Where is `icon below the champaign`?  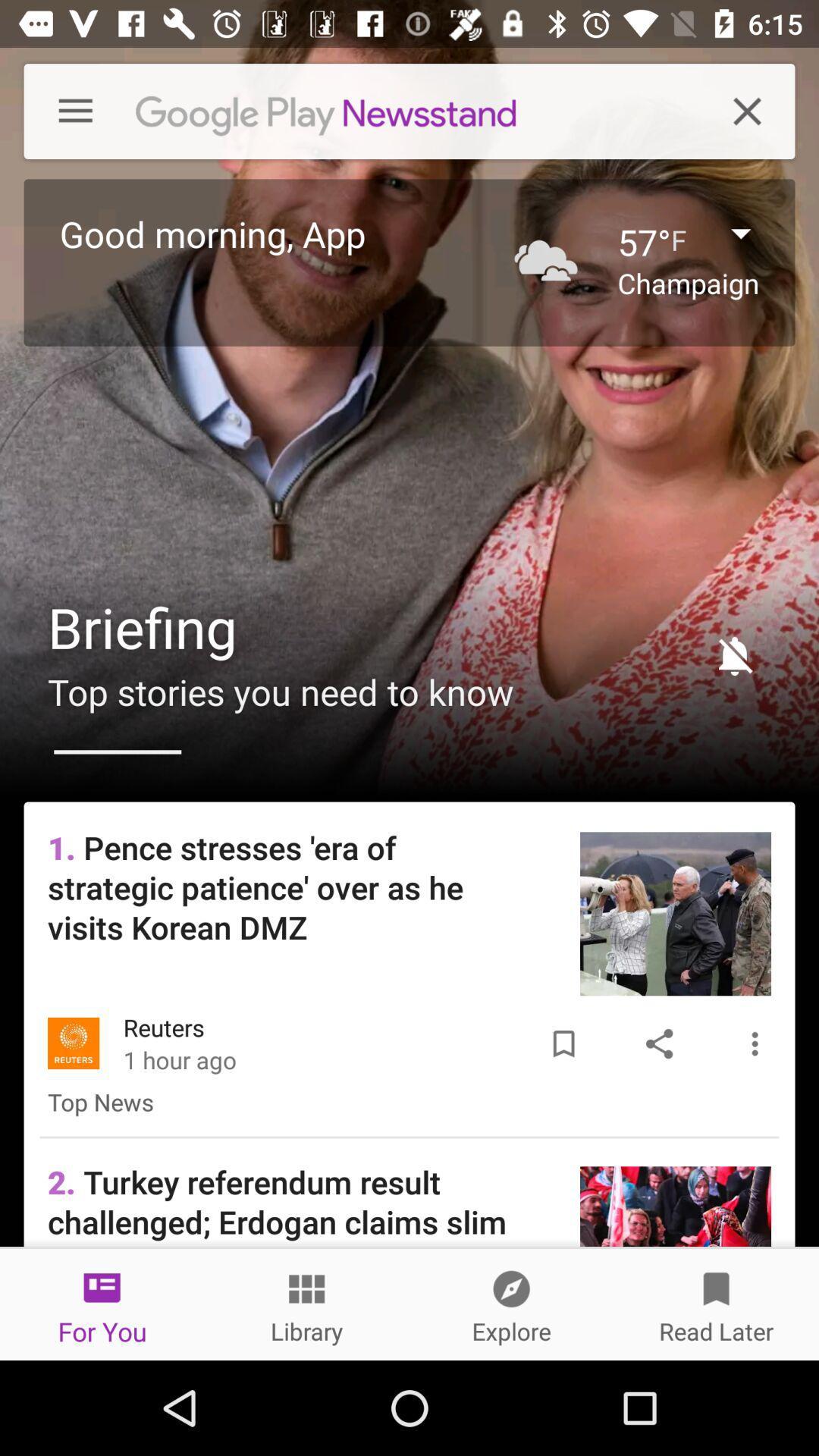 icon below the champaign is located at coordinates (728, 655).